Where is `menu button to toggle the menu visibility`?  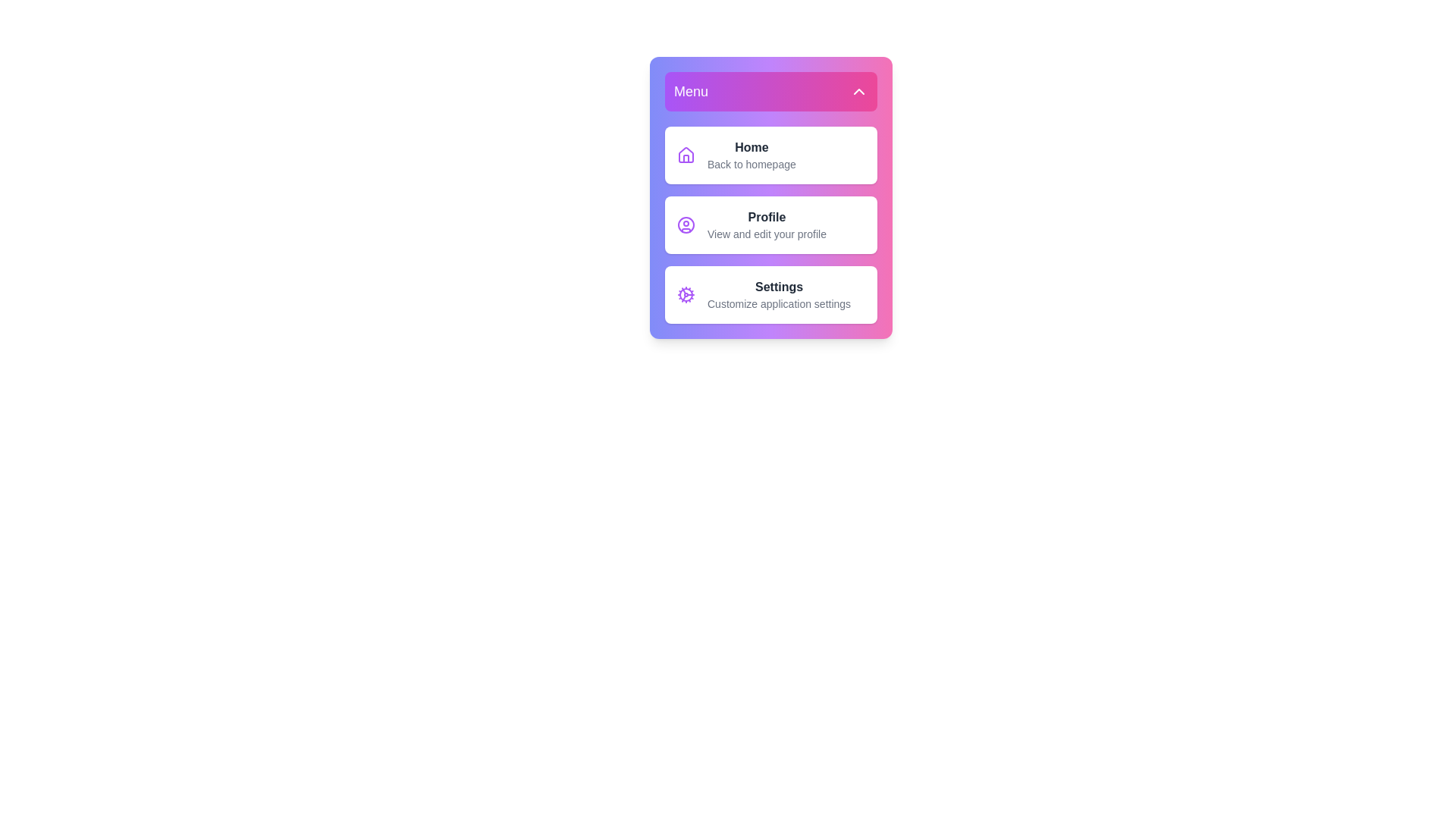
menu button to toggle the menu visibility is located at coordinates (771, 91).